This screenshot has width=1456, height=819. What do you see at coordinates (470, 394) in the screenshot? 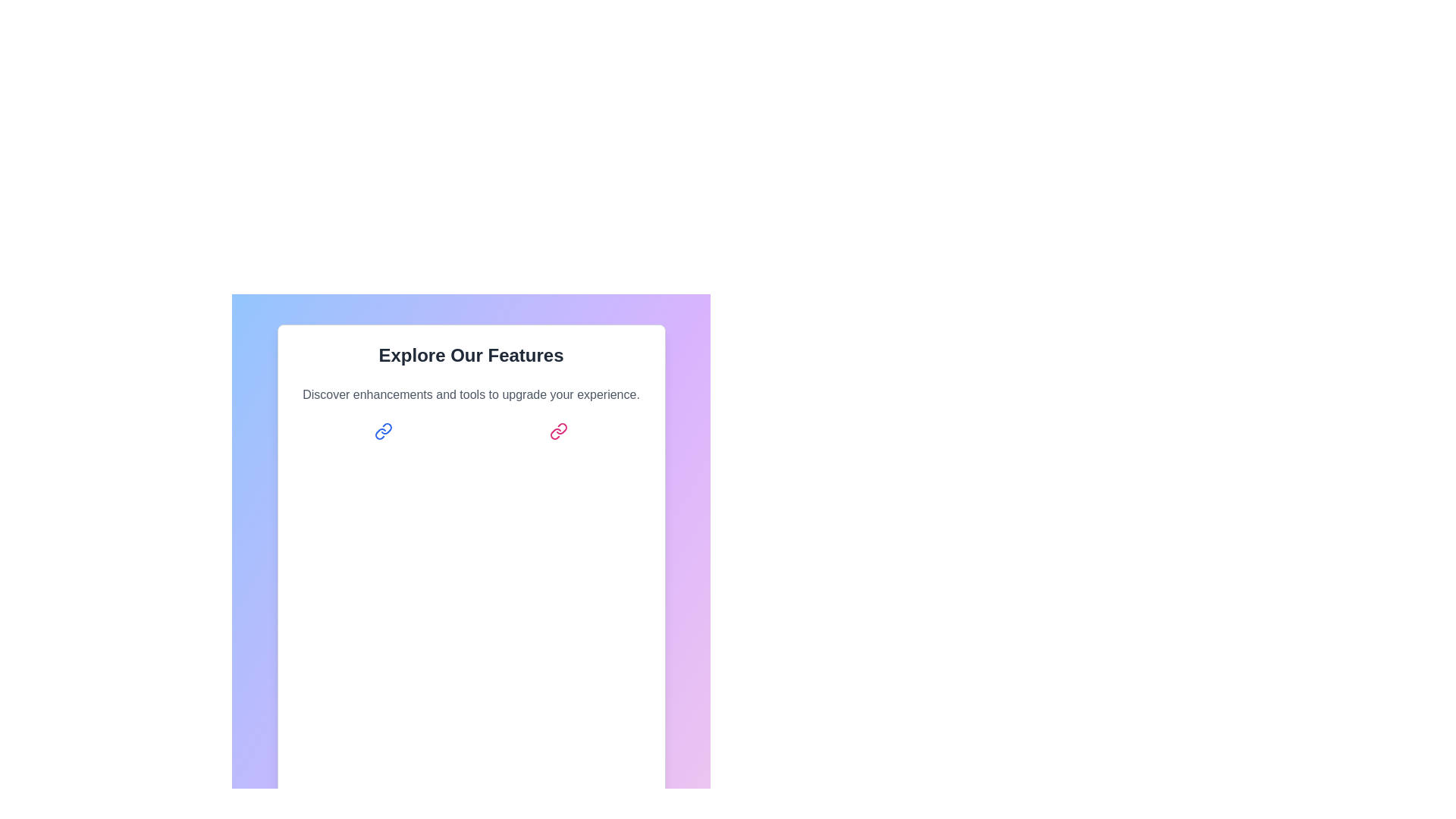
I see `the descriptive text located below the heading 'Explore Our Features' in the interface` at bounding box center [470, 394].